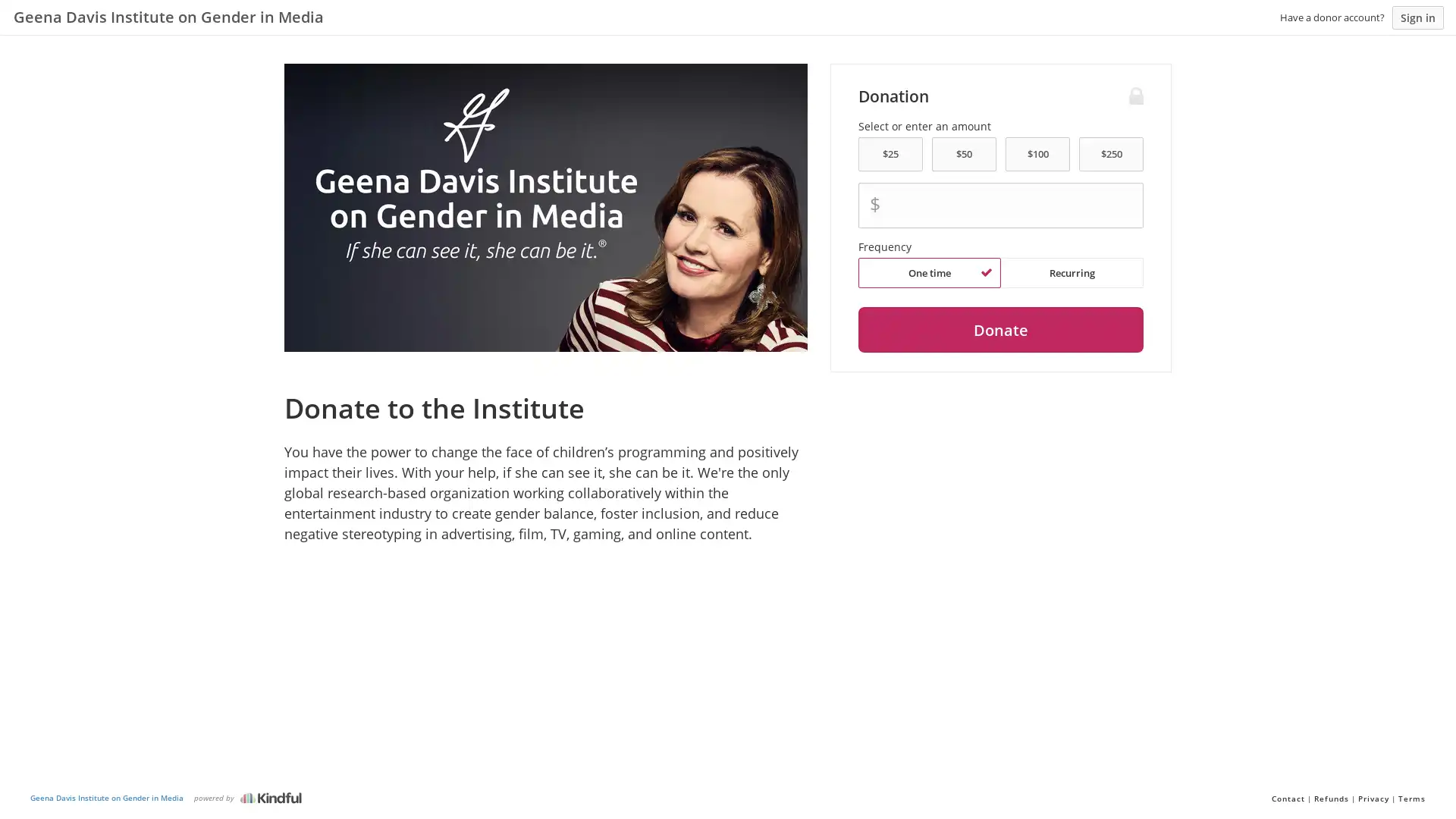 The height and width of the screenshot is (819, 1456). Describe the element at coordinates (1037, 154) in the screenshot. I see `$100` at that location.